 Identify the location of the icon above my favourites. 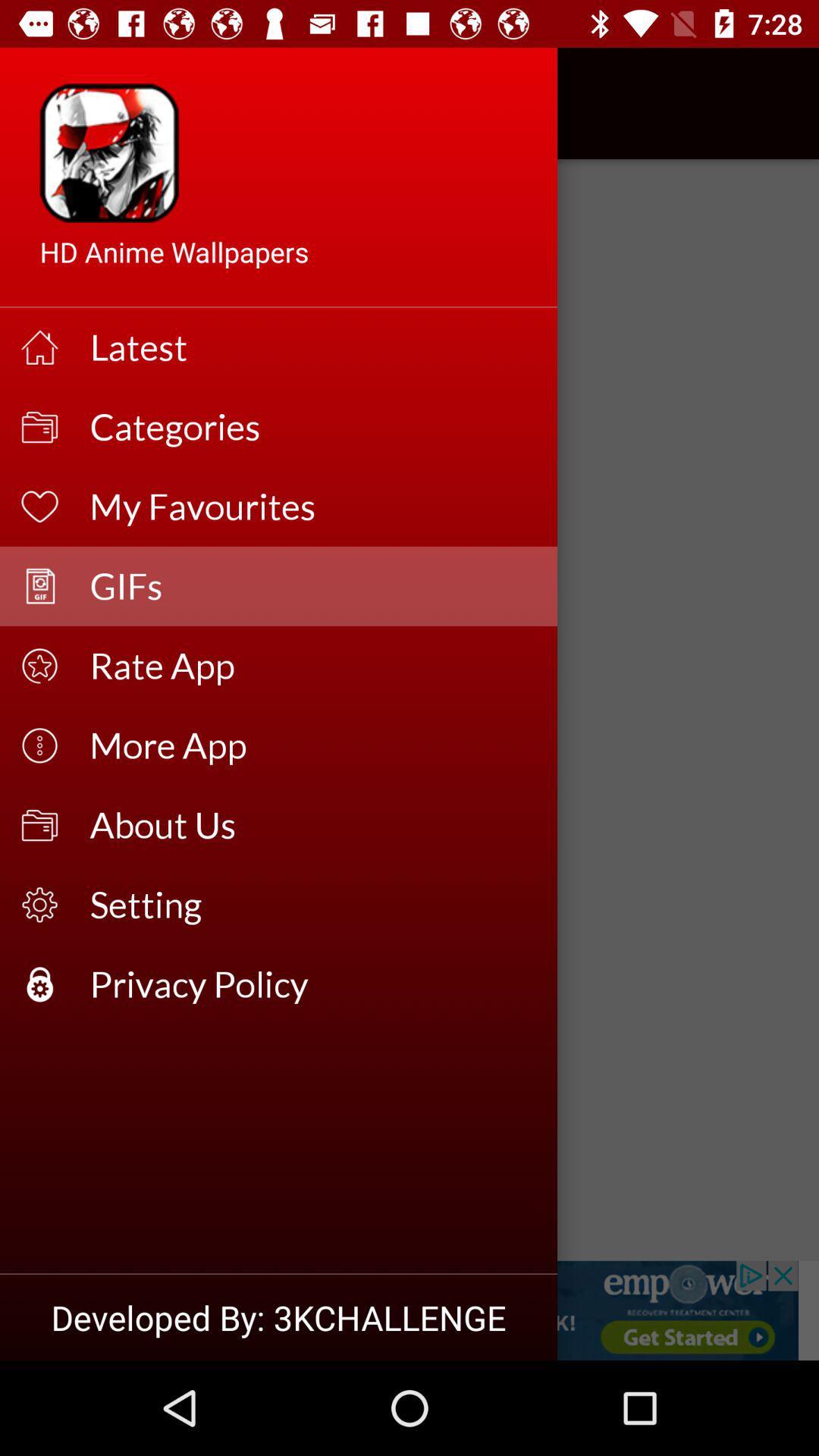
(312, 426).